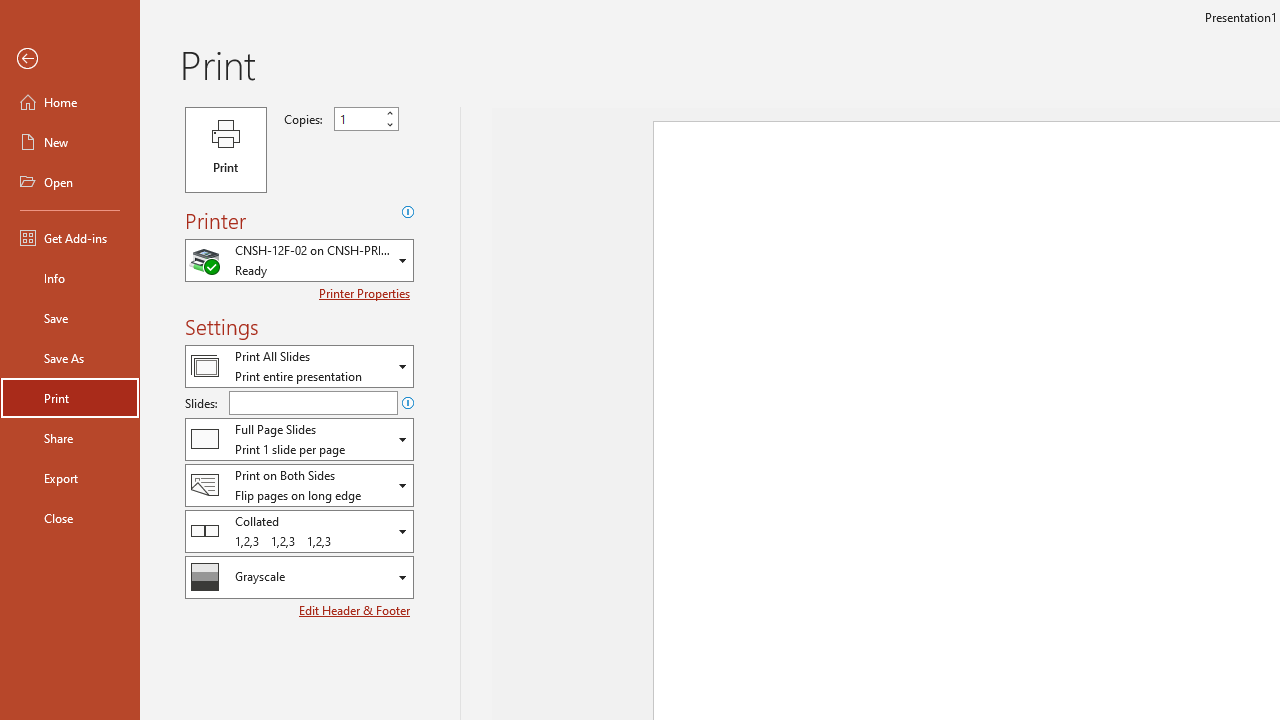  I want to click on 'Info', so click(69, 277).